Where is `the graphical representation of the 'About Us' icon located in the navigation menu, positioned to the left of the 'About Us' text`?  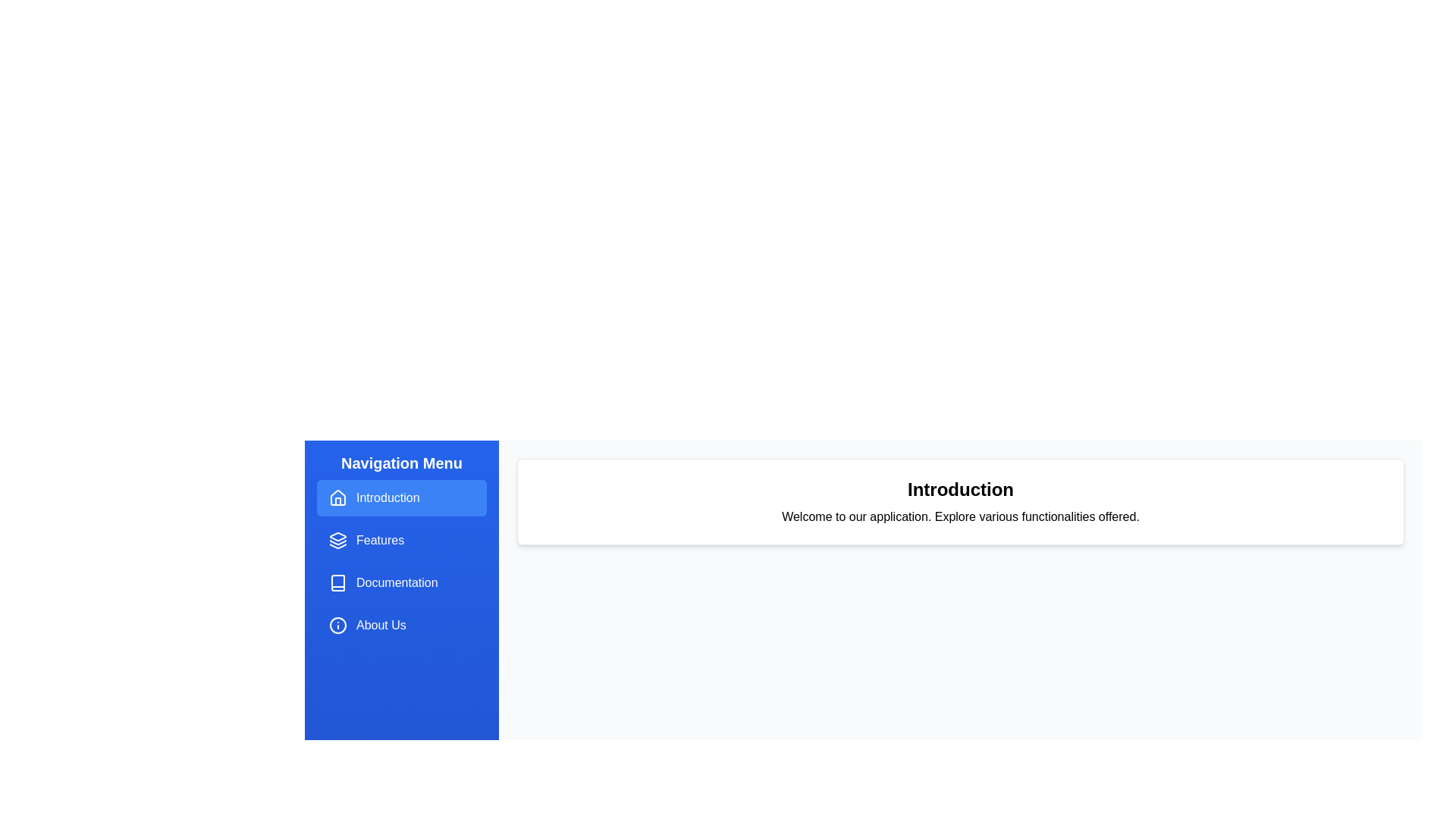
the graphical representation of the 'About Us' icon located in the navigation menu, positioned to the left of the 'About Us' text is located at coordinates (337, 626).